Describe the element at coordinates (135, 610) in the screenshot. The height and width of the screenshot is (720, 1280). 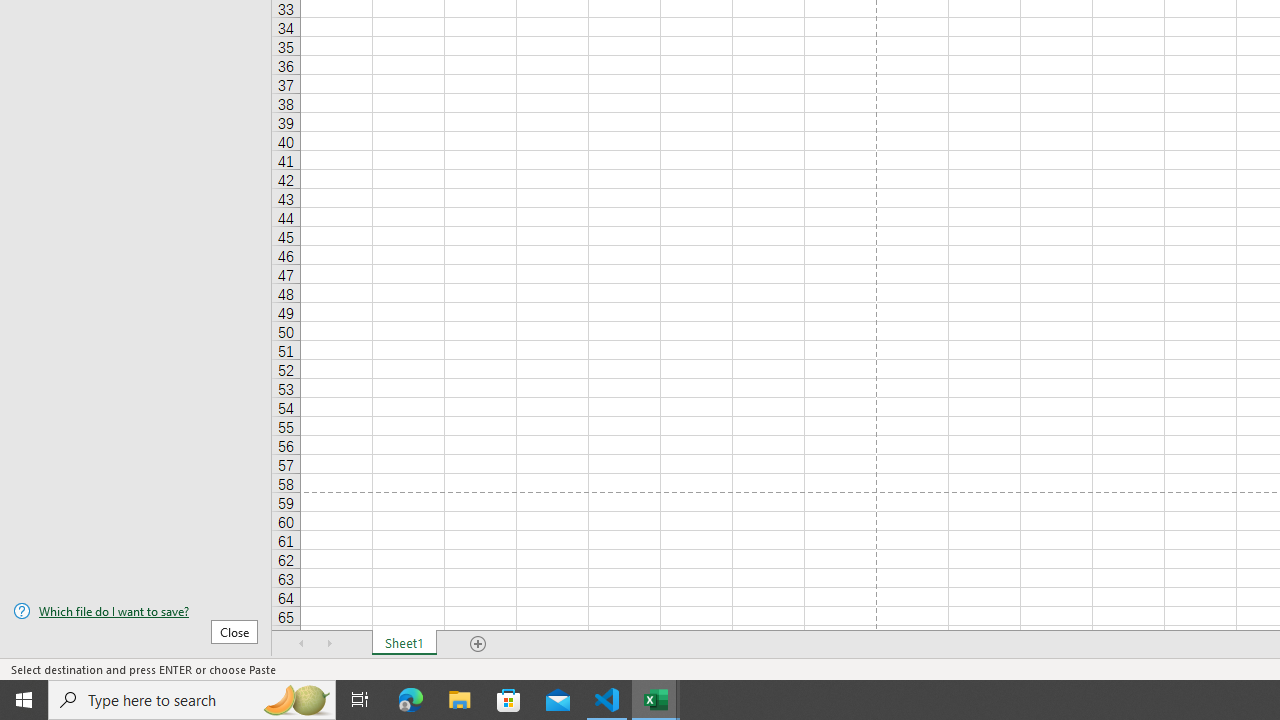
I see `'Which file do I want to save?'` at that location.